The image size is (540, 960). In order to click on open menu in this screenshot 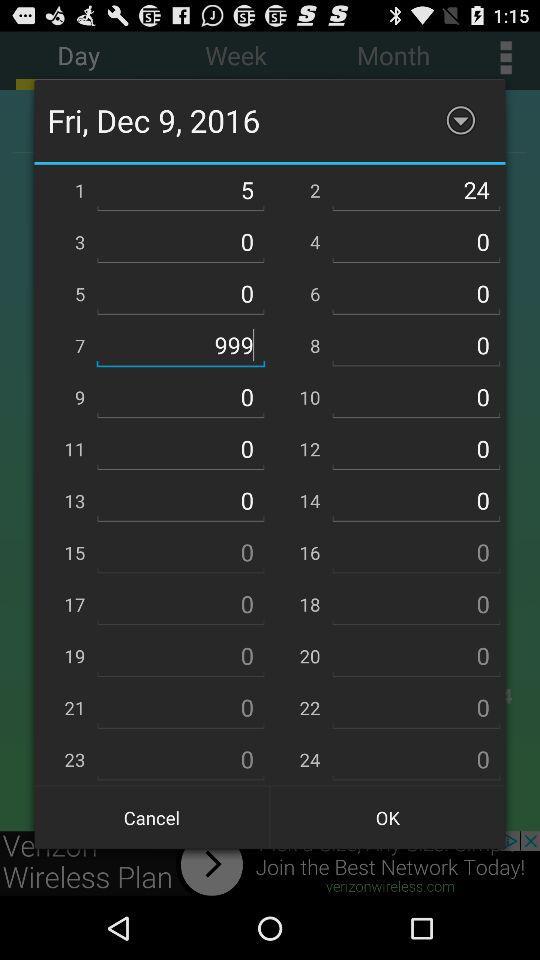, I will do `click(460, 120)`.